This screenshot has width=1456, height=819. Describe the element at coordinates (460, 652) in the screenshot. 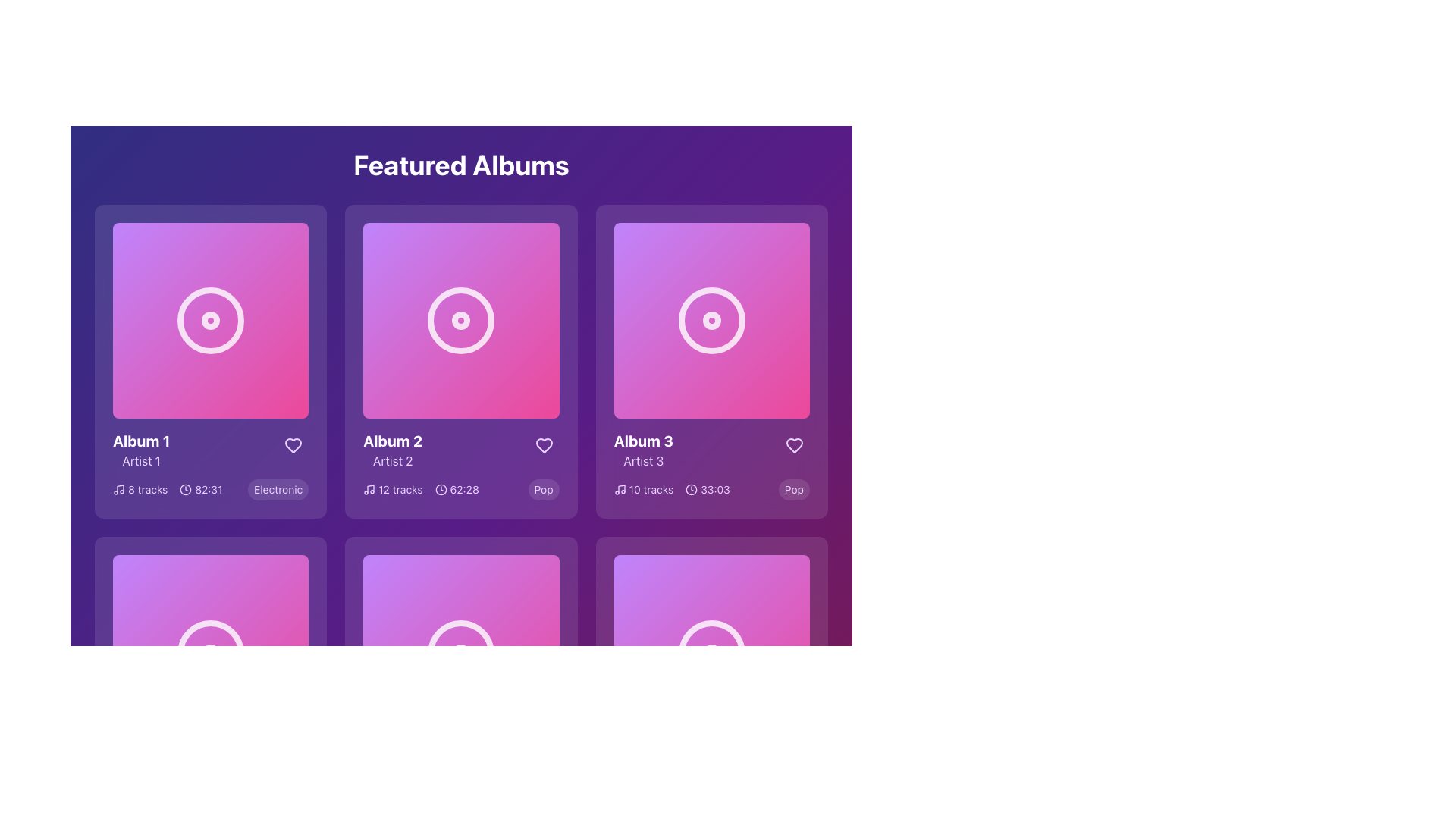

I see `the white circular decorative graphic element located in the bottom row, middle column of the album artwork grid` at that location.